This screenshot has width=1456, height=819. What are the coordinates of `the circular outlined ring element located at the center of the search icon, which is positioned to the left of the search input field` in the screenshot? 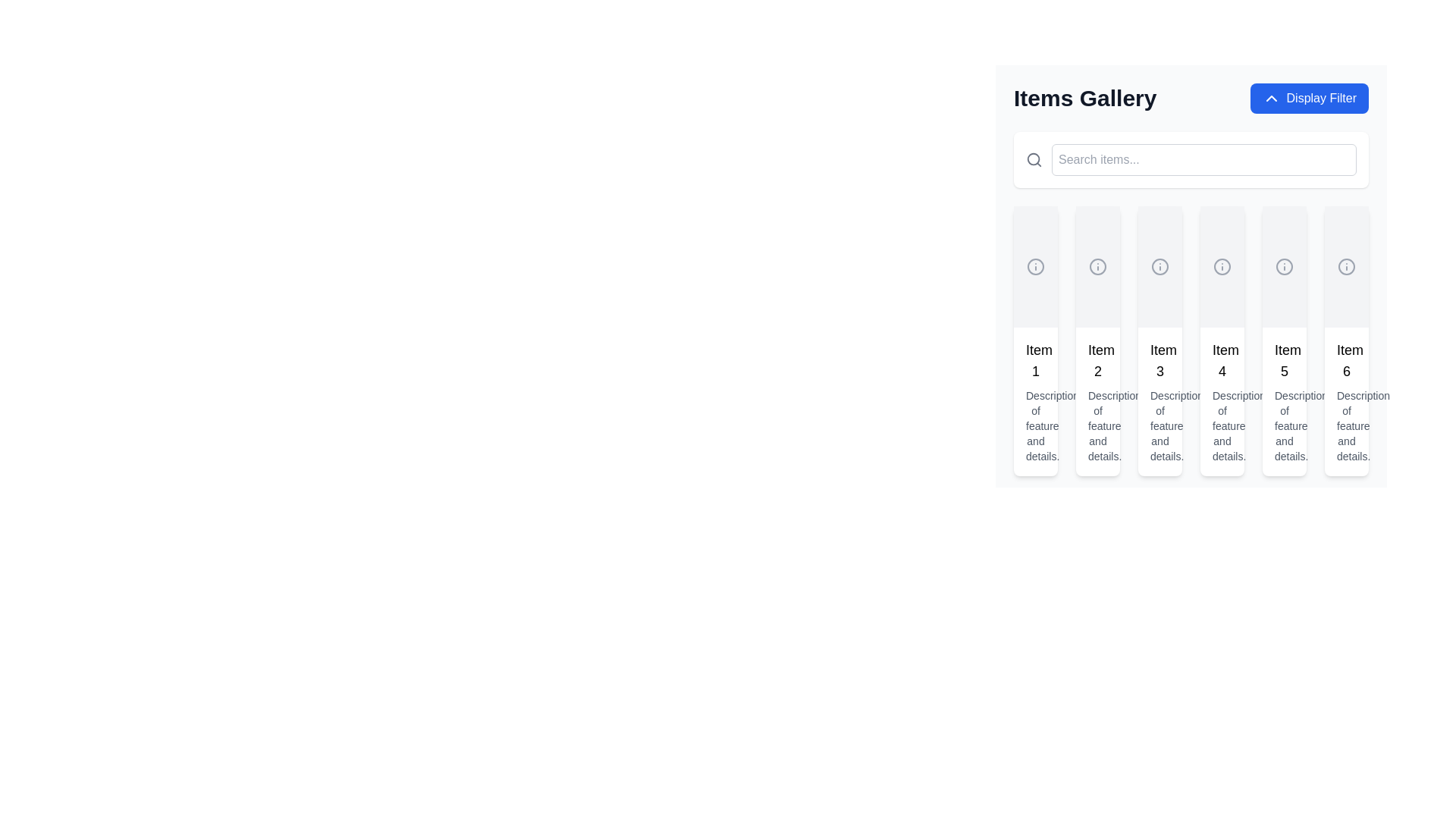 It's located at (1033, 159).